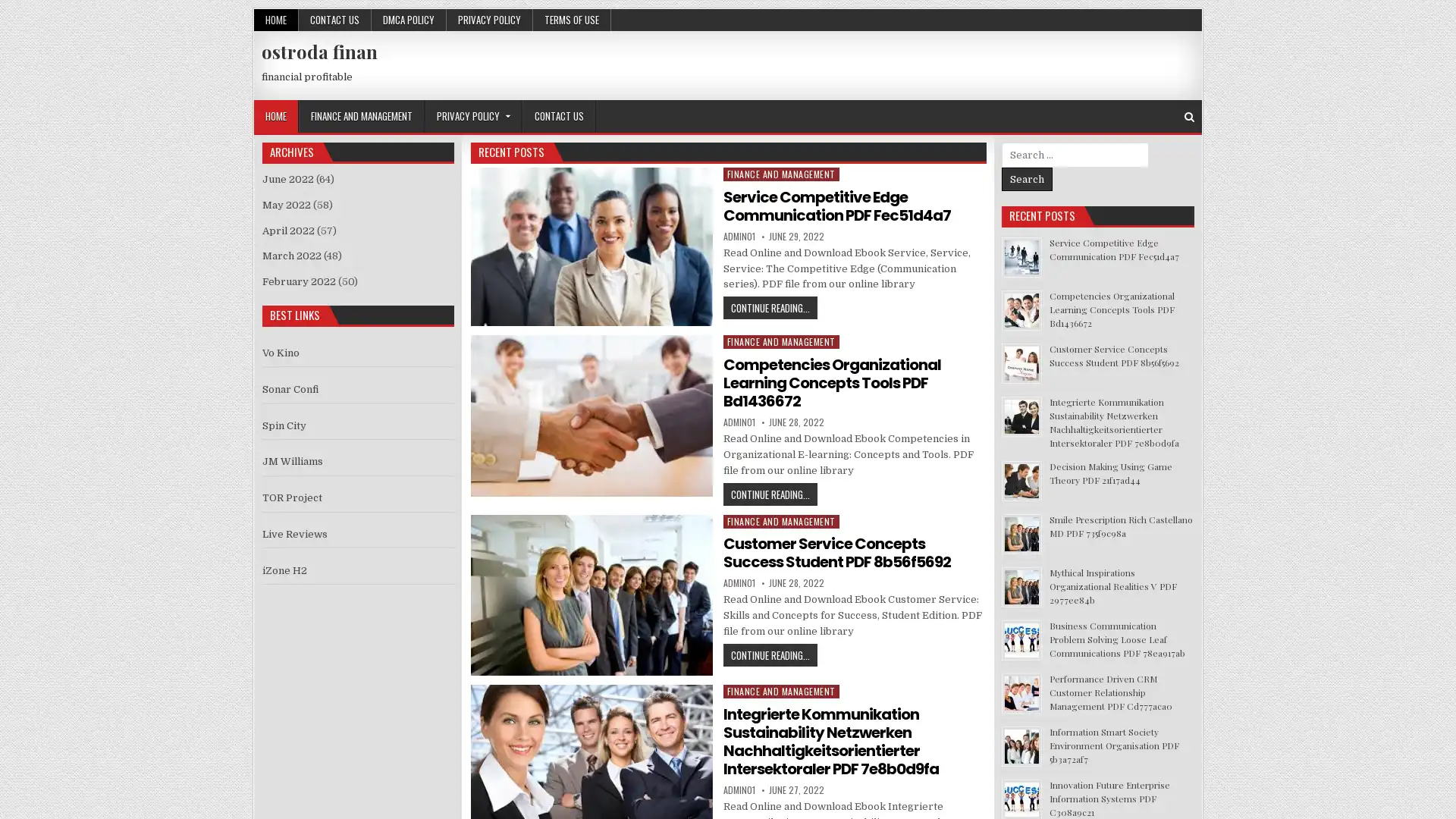 This screenshot has width=1456, height=819. I want to click on Search, so click(1027, 178).